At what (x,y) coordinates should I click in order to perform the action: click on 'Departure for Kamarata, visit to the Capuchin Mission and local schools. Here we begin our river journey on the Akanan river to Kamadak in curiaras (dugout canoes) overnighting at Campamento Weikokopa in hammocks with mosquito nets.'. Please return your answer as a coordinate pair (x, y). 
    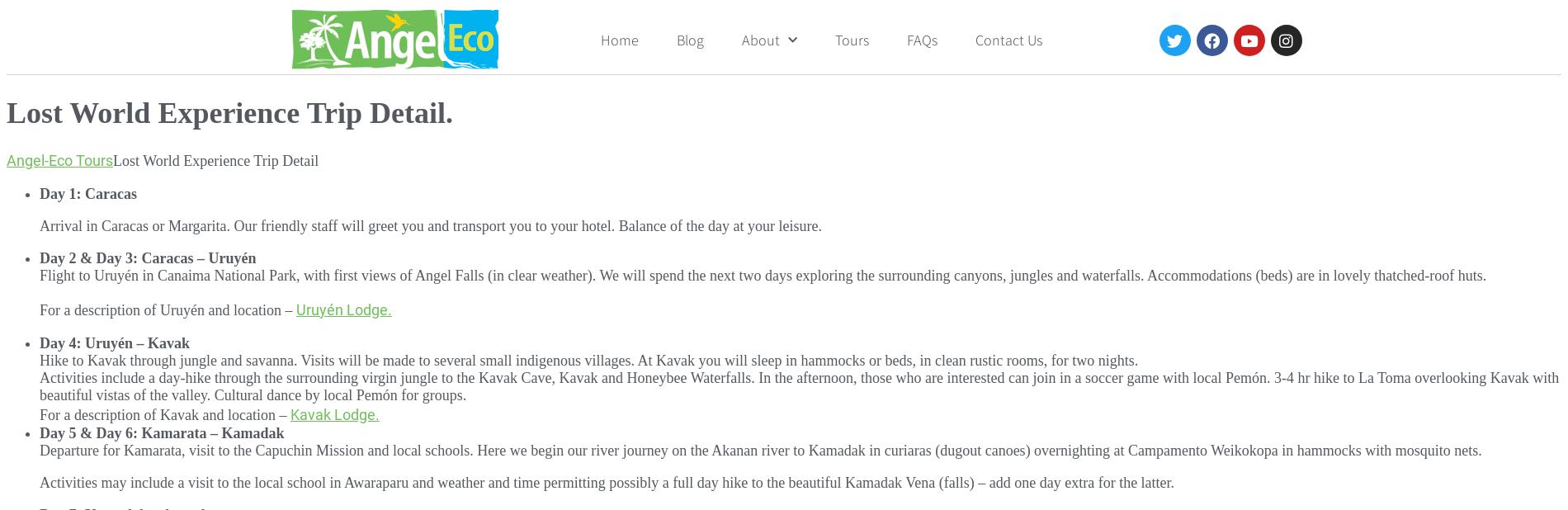
    Looking at the image, I should click on (759, 451).